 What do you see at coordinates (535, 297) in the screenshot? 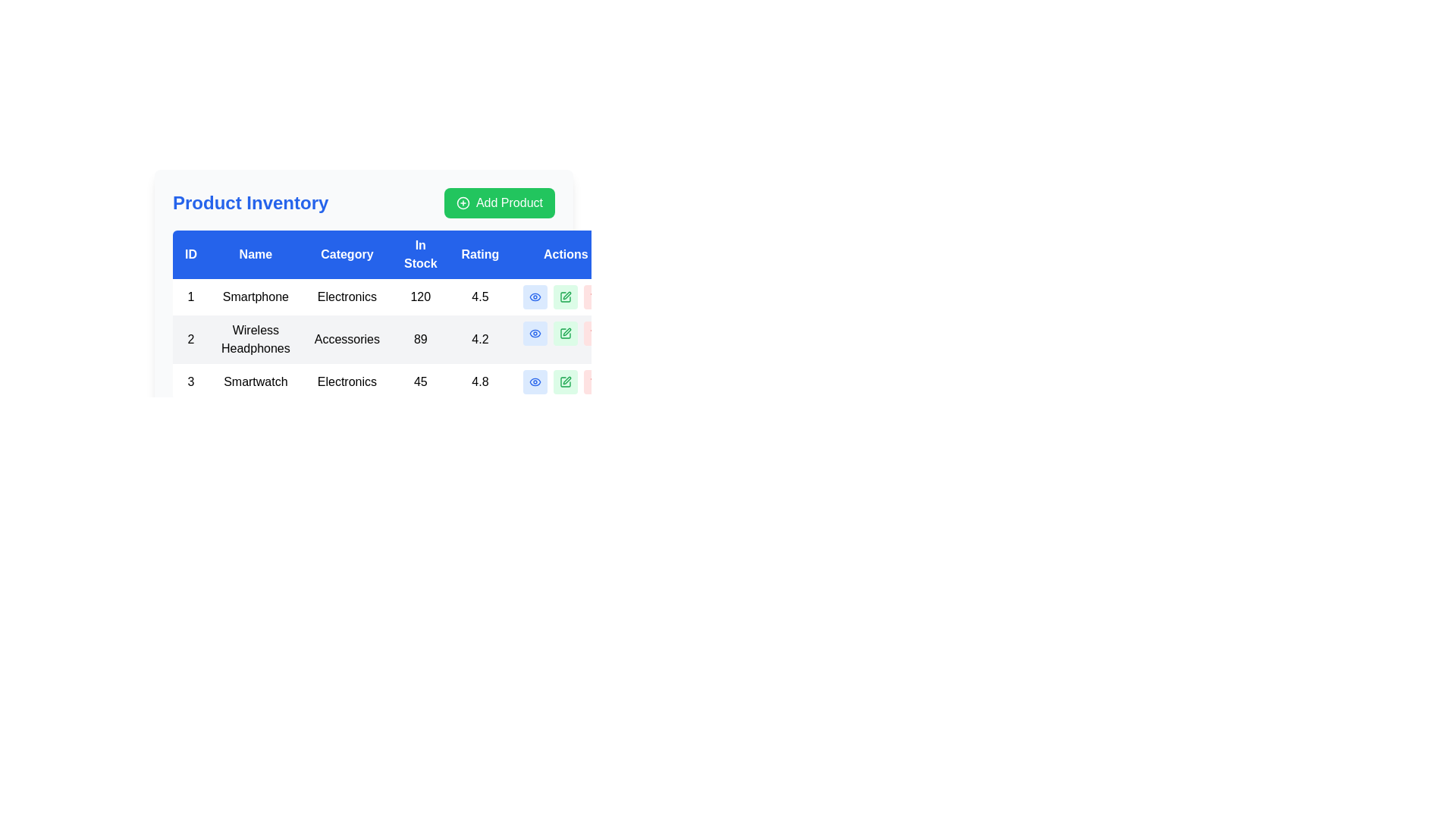
I see `the 'View' action button for the 'Smartphone' product, which is the first button in the 'Actions' column of the first row in the table` at bounding box center [535, 297].